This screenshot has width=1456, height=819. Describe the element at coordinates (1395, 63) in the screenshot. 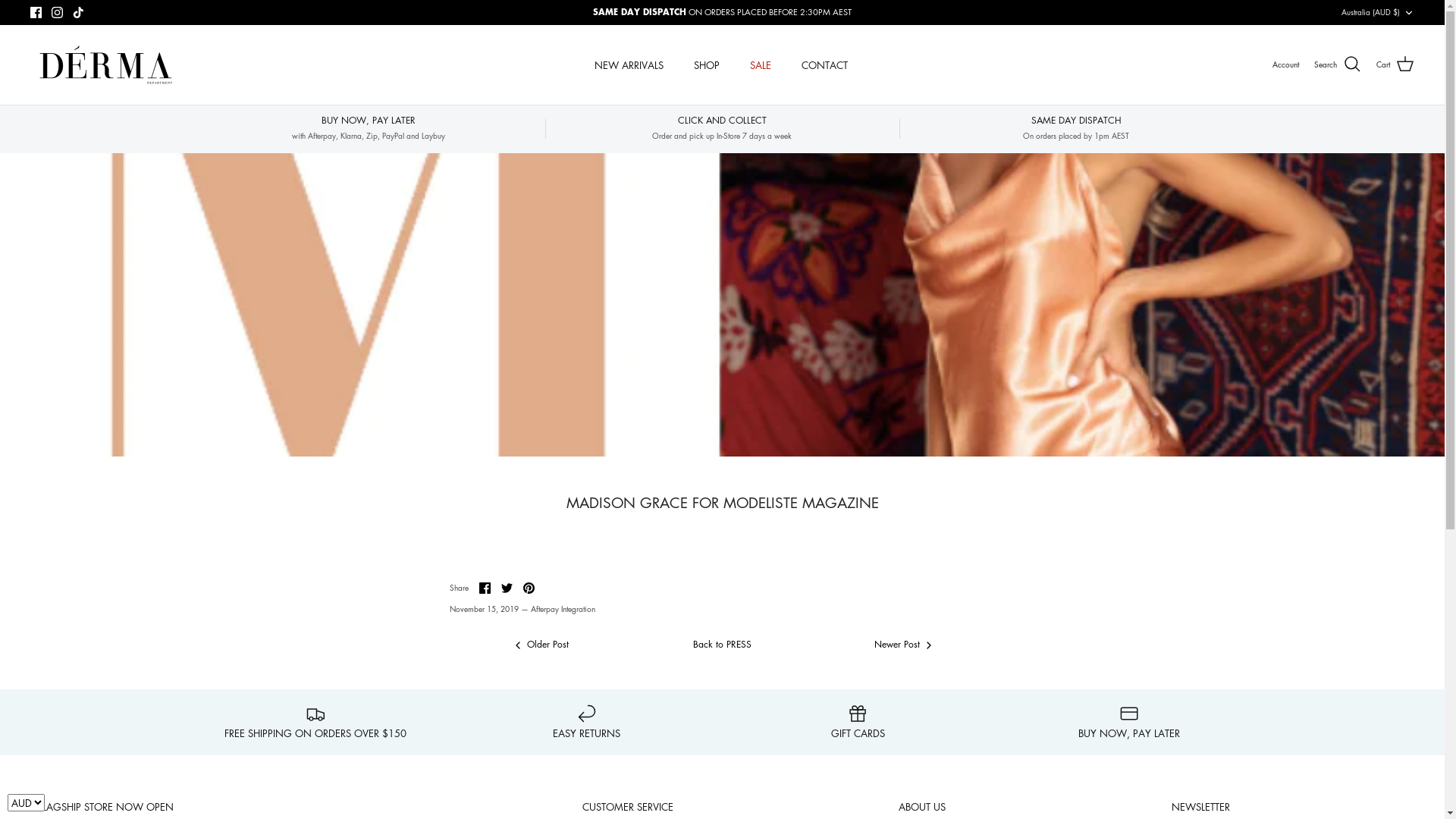

I see `'Cart'` at that location.